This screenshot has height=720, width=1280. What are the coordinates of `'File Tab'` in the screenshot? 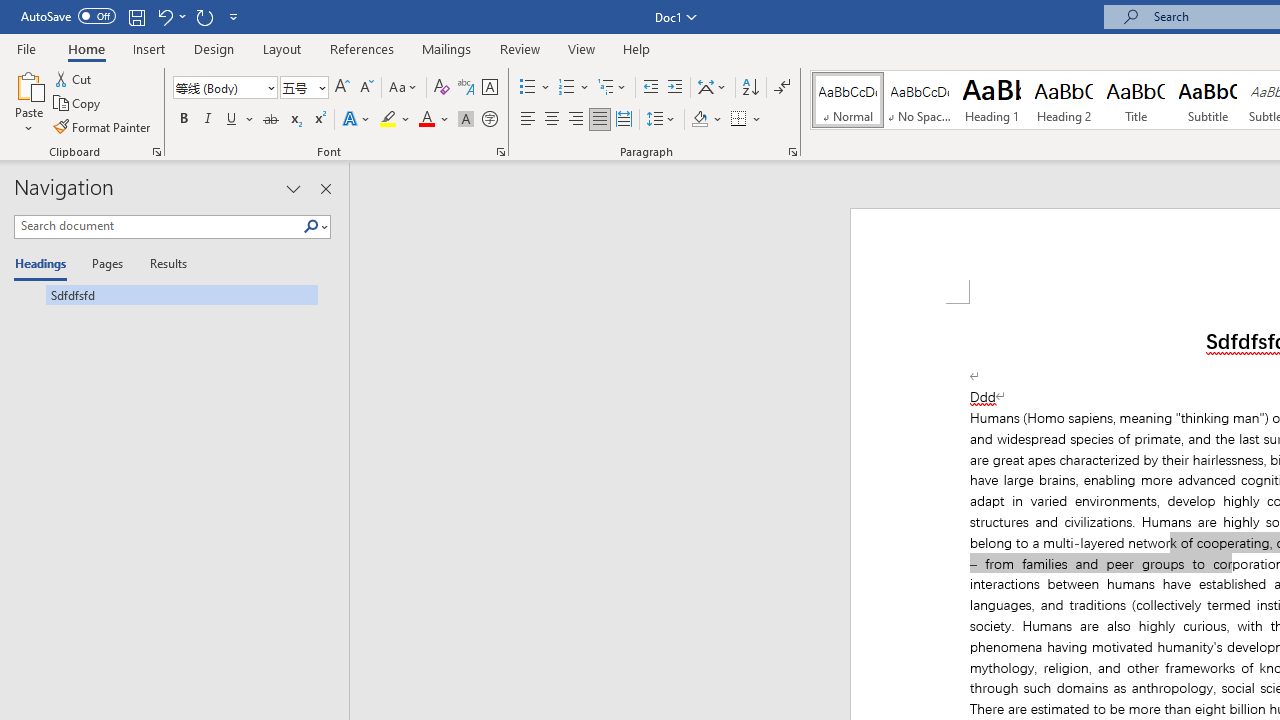 It's located at (26, 47).